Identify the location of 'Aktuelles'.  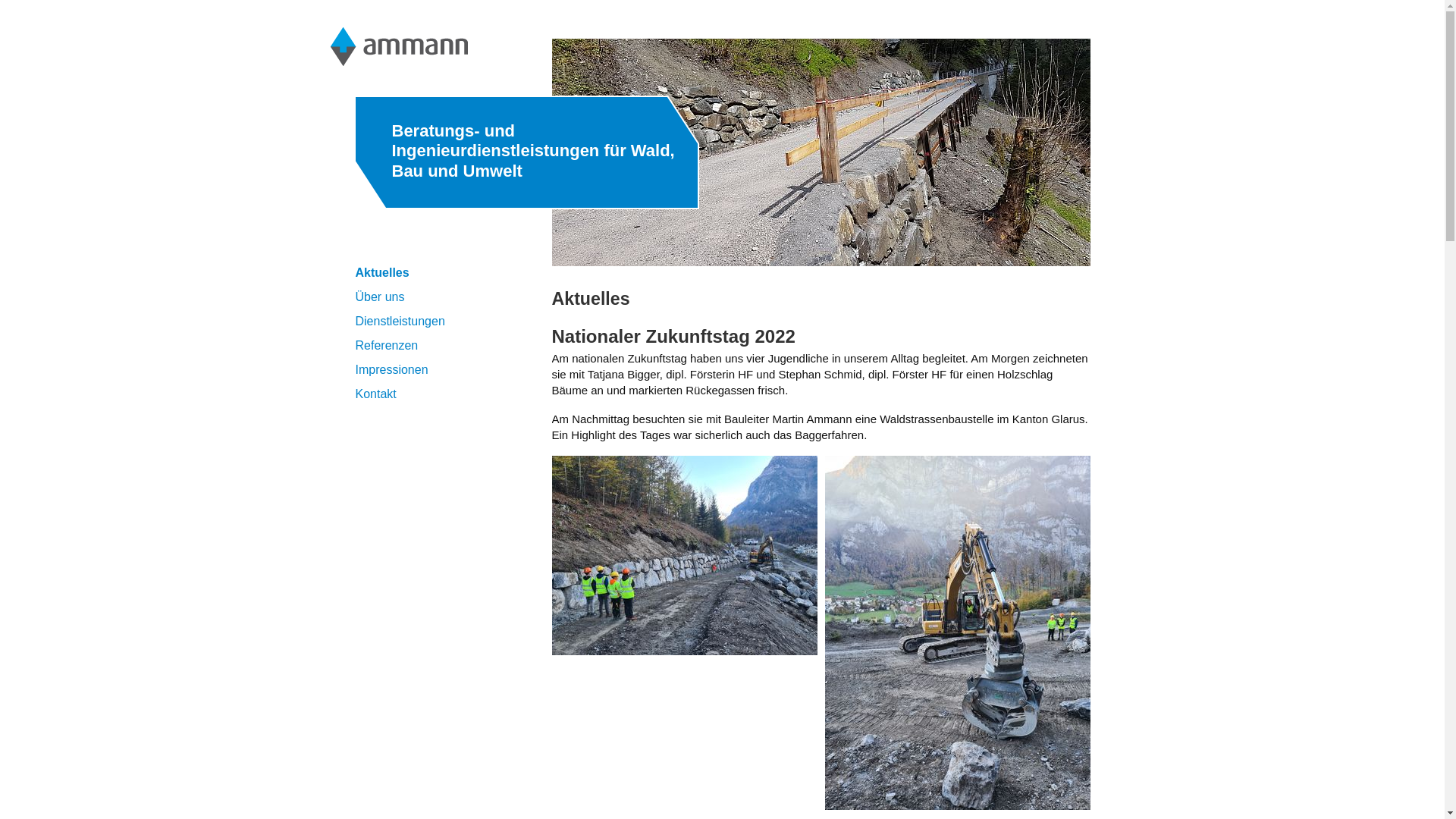
(381, 271).